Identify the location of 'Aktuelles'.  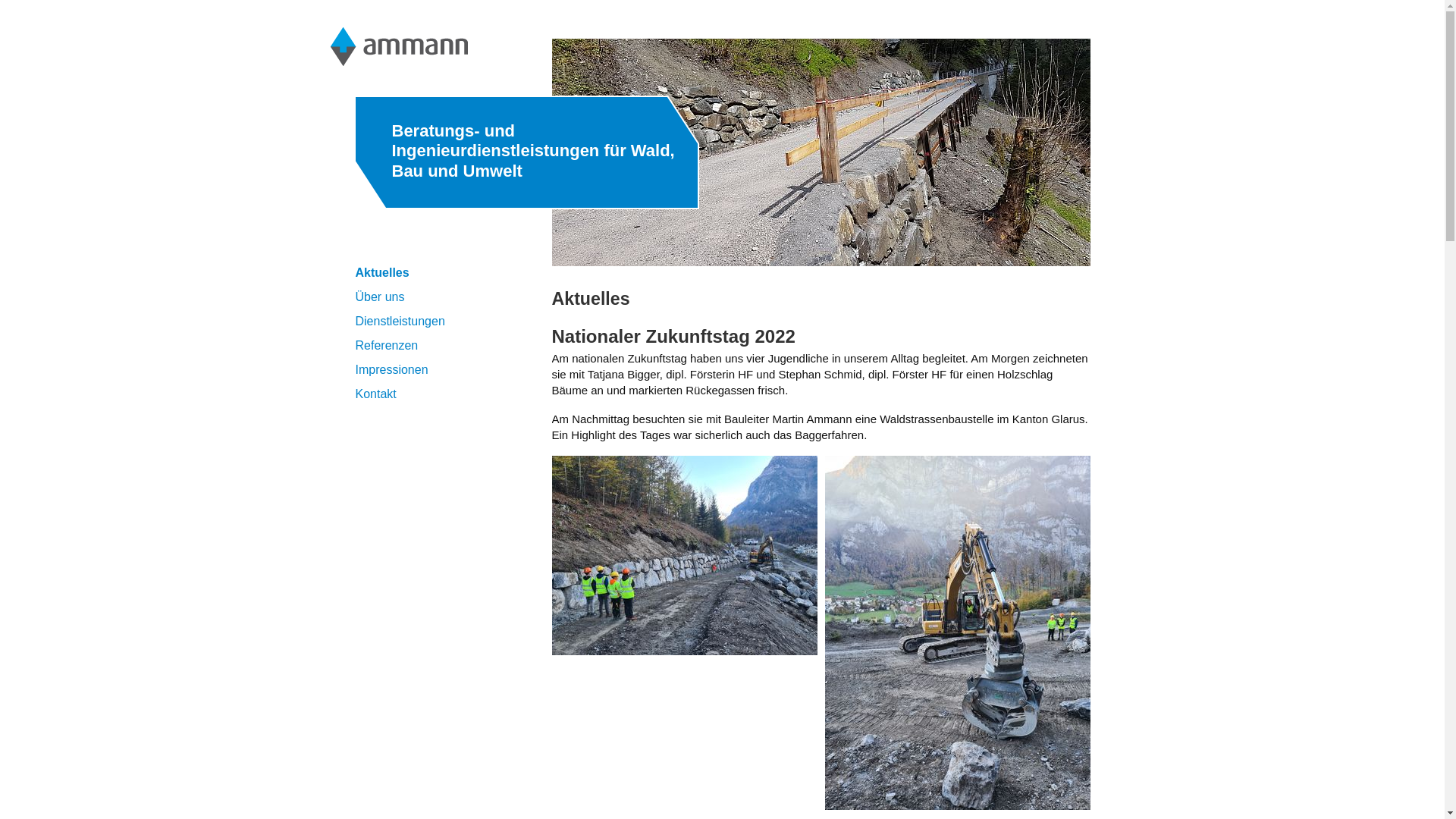
(381, 271).